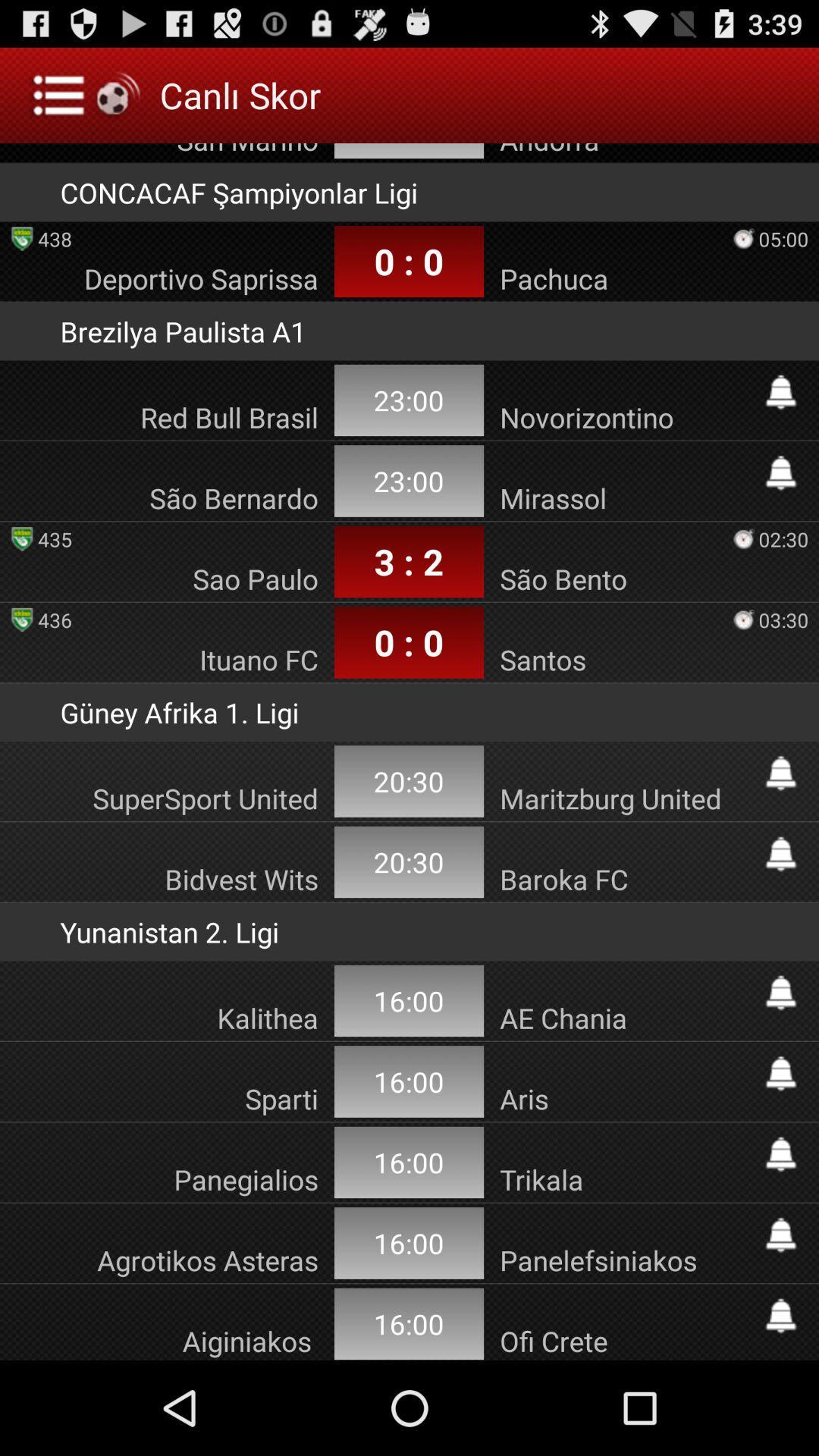  I want to click on turn on notifications, so click(780, 472).